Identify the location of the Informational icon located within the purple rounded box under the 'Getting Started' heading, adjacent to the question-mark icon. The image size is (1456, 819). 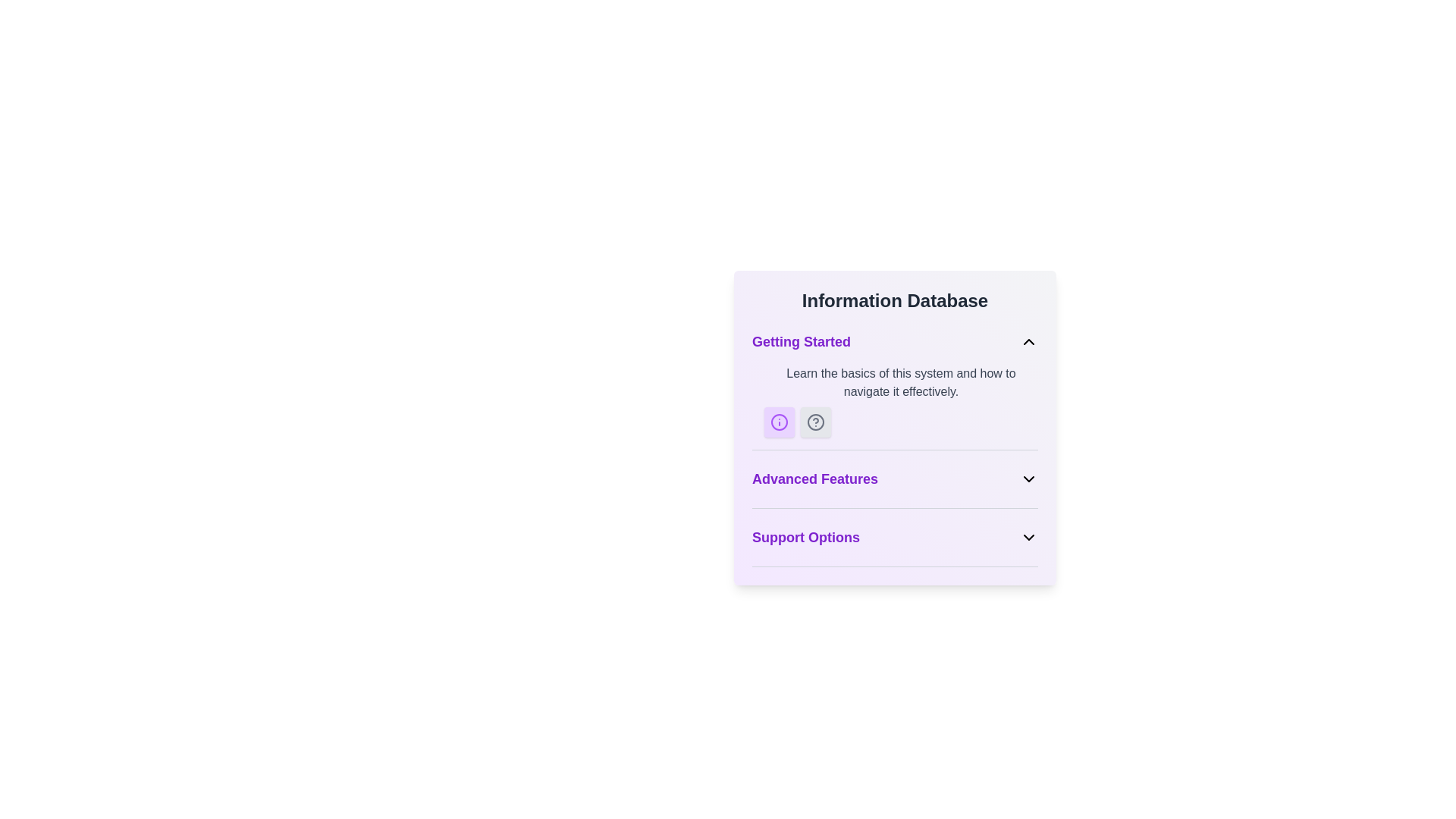
(779, 422).